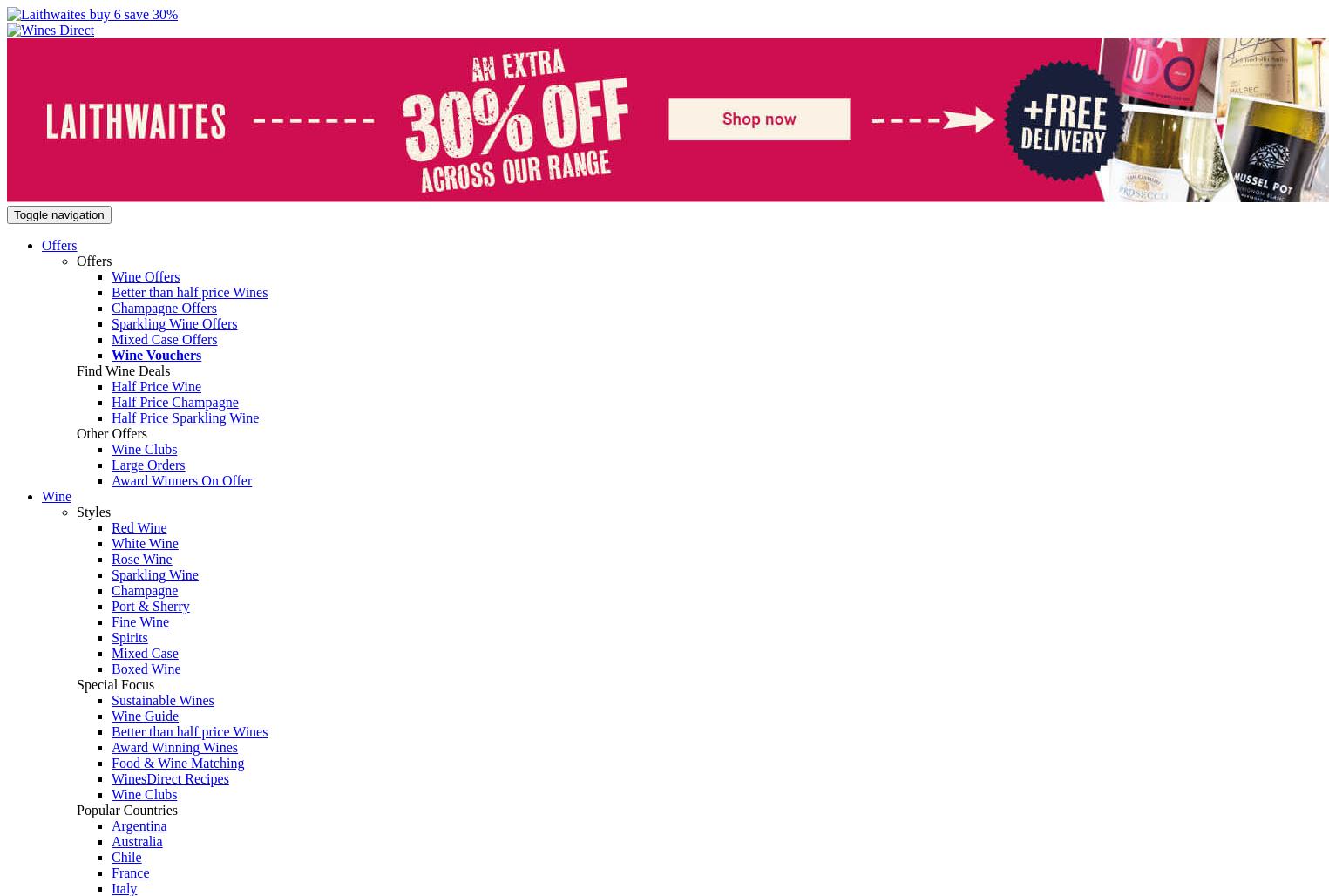  What do you see at coordinates (129, 872) in the screenshot?
I see `'France'` at bounding box center [129, 872].